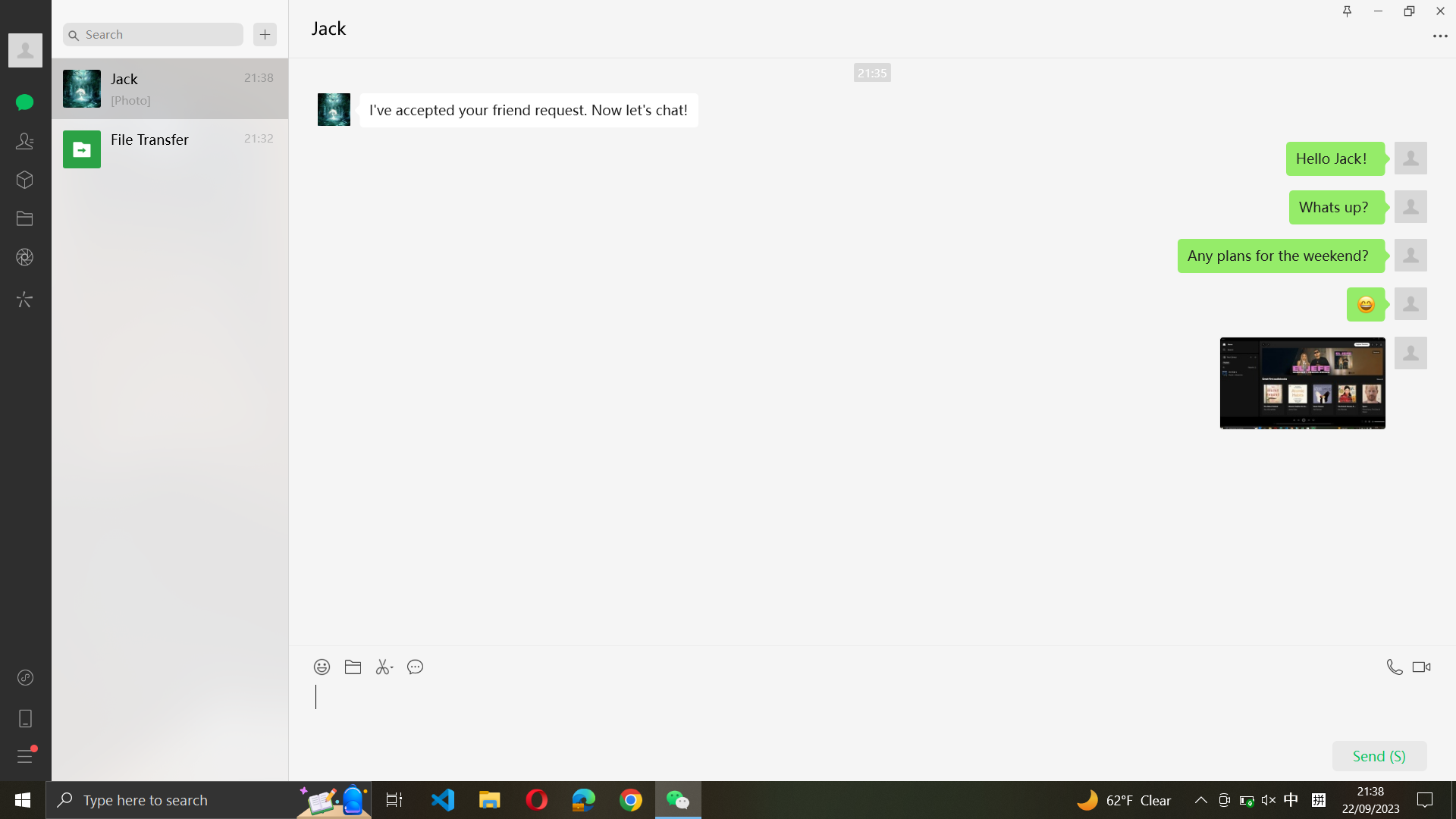 The image size is (1456, 819). What do you see at coordinates (870, 728) in the screenshot?
I see `Insert "Hello" in Jack"s chat window and execute the send function` at bounding box center [870, 728].